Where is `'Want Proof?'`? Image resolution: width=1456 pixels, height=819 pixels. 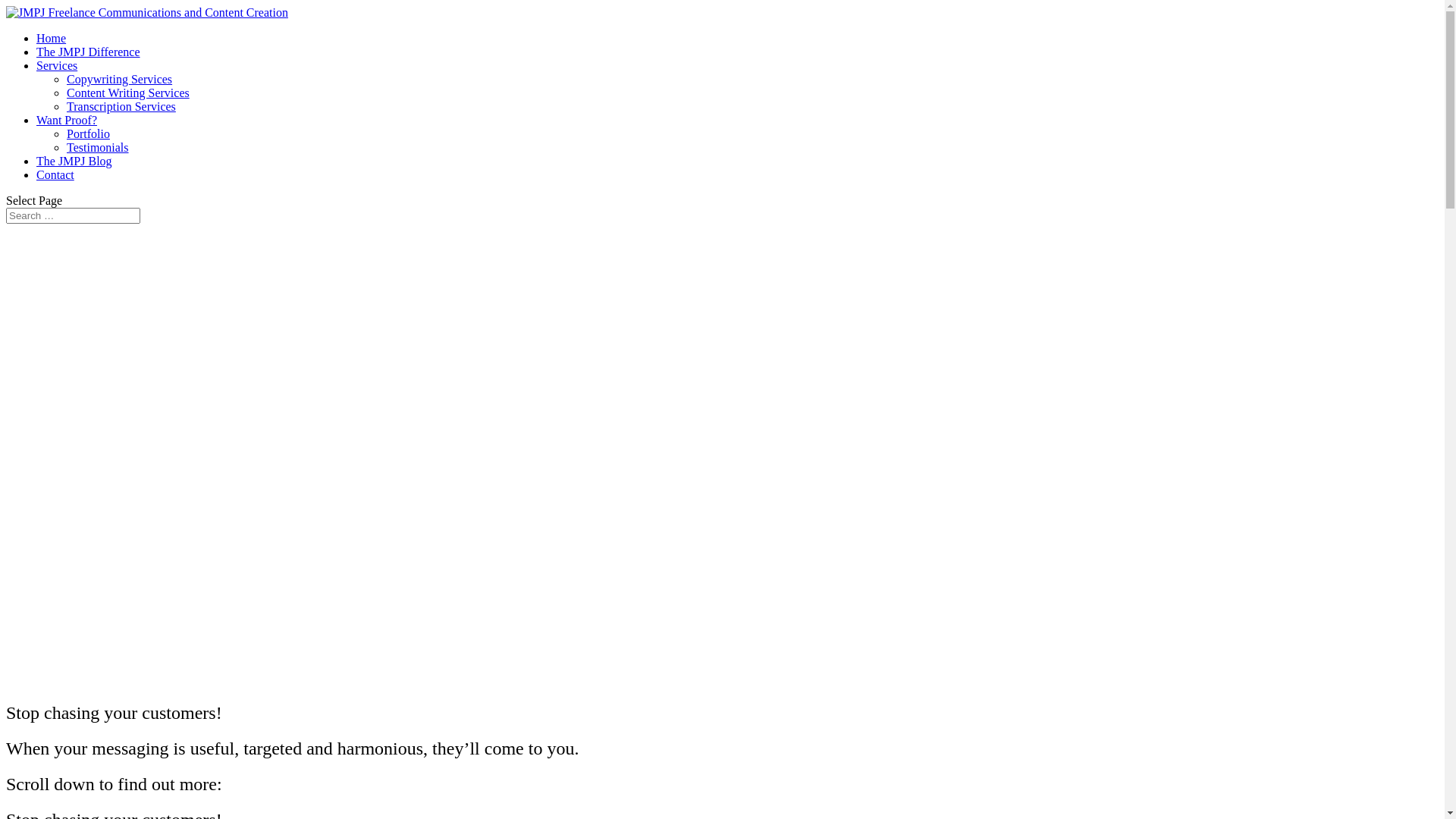 'Want Proof?' is located at coordinates (65, 119).